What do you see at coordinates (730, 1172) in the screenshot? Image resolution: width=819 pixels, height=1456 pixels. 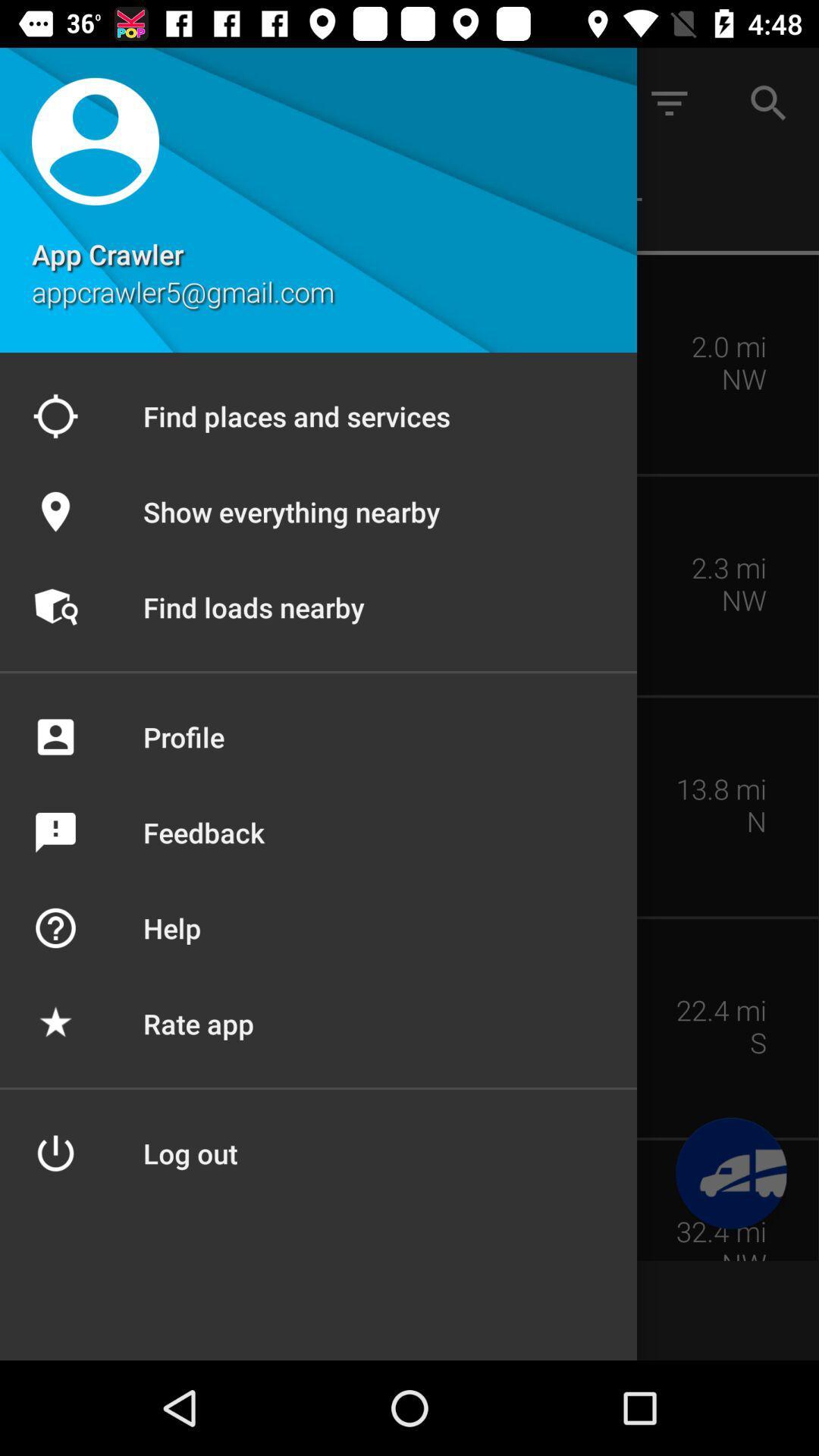 I see `the build icon` at bounding box center [730, 1172].